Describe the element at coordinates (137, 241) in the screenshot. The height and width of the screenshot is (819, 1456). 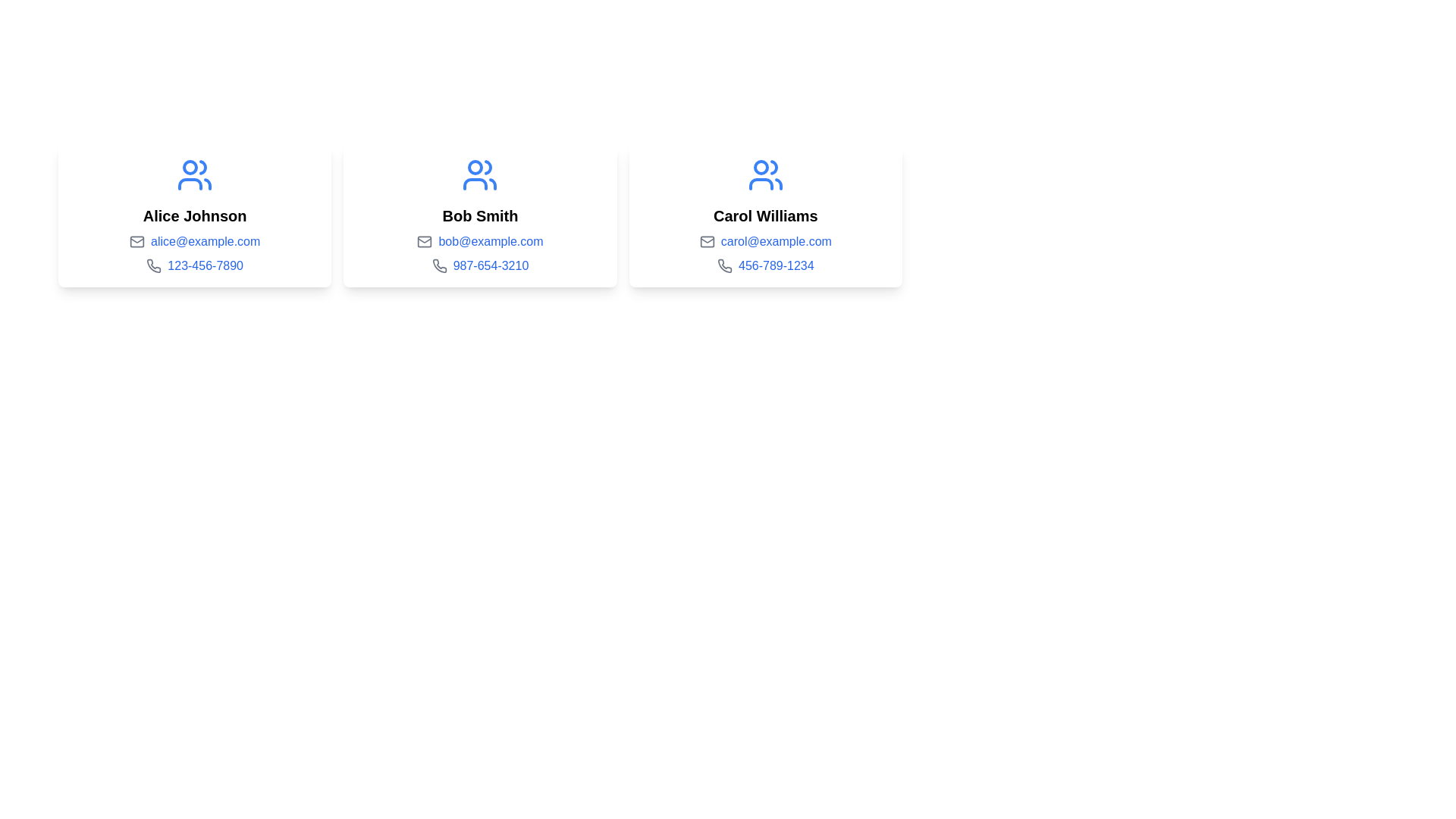
I see `the email icon associated with 'Alice Johnson' in the contact card, positioned to the left of 'alice@example.com'` at that location.